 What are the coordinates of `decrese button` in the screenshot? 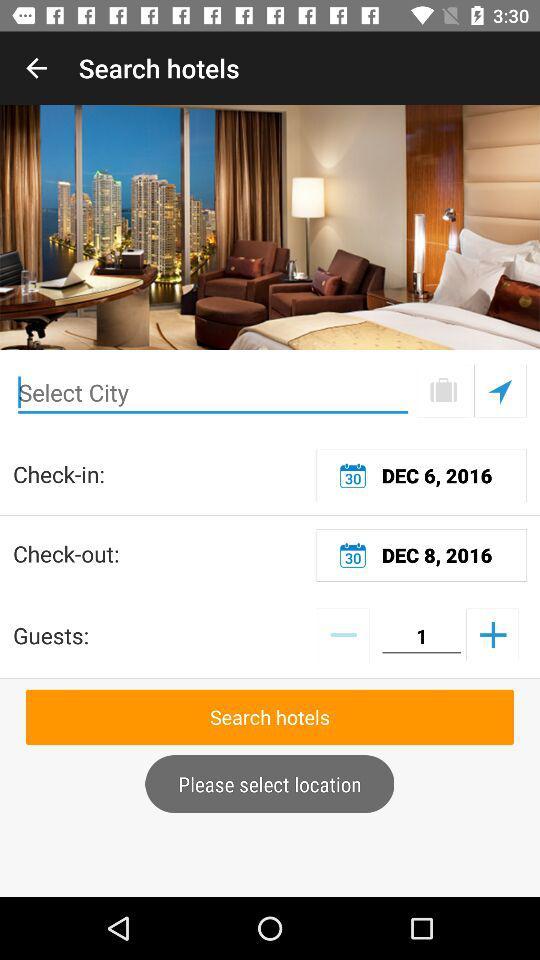 It's located at (342, 633).